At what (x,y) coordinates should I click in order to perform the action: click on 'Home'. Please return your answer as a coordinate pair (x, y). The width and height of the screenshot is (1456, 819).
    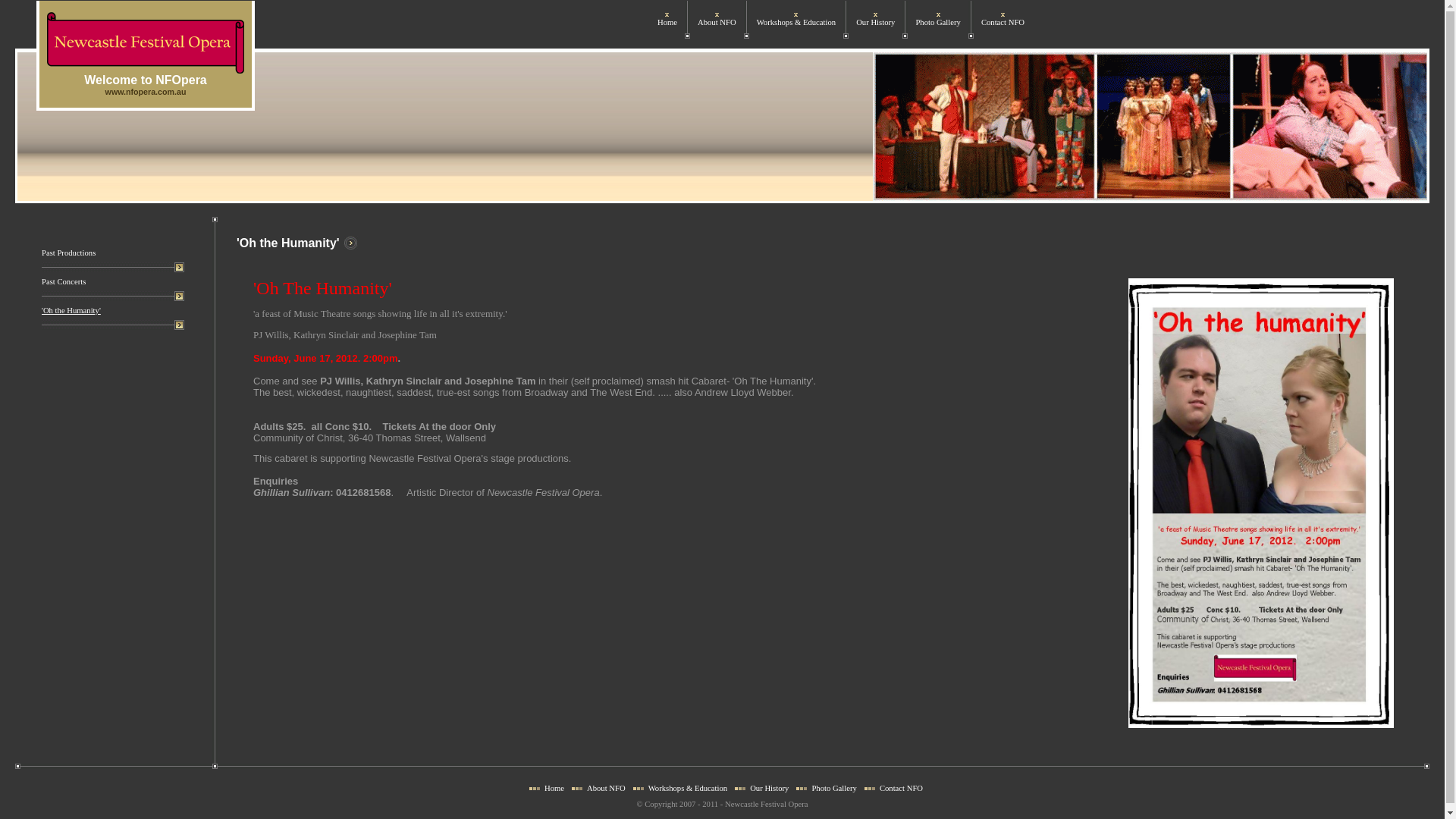
    Looking at the image, I should click on (553, 787).